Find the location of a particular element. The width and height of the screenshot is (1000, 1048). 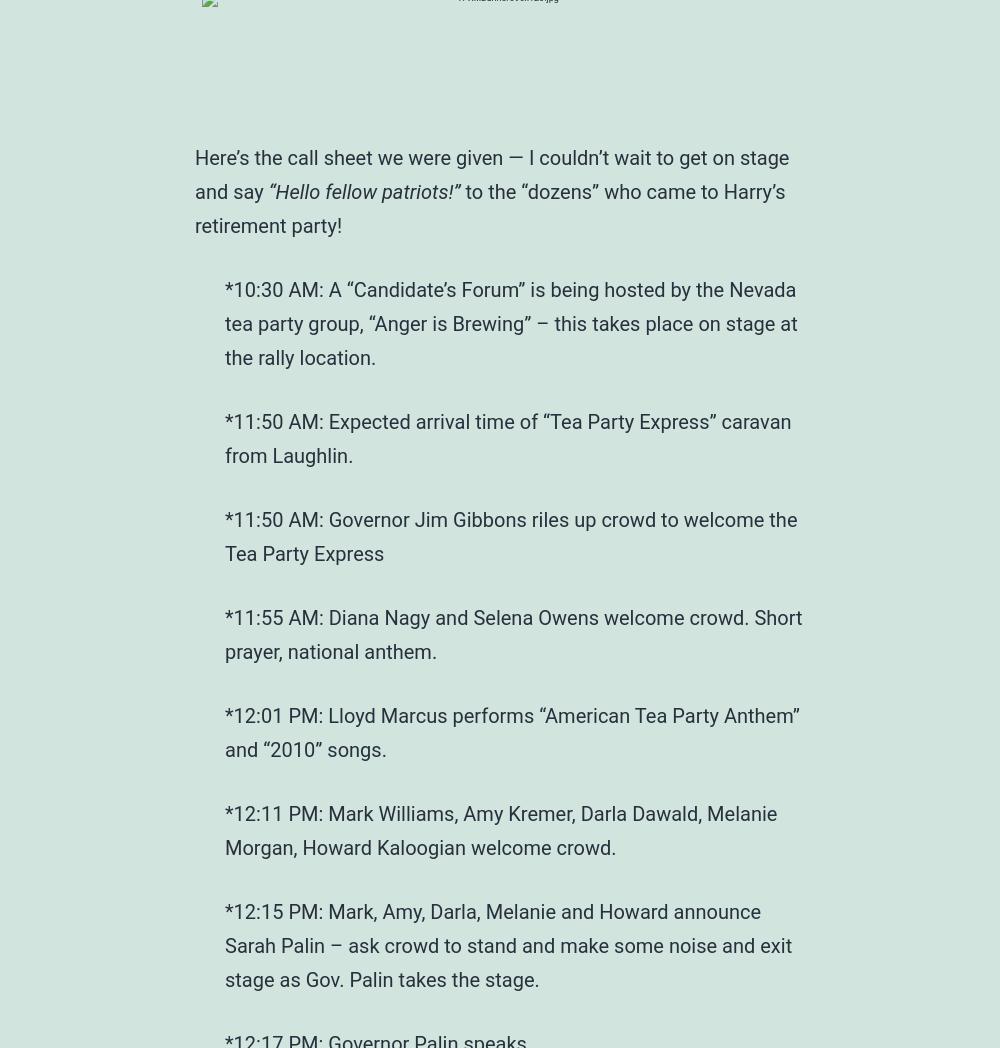

'*10:30 AM: A “Candidate’s Forum” is being hosted by the Nevada tea party group, “Anger is Brewing” – this takes place on stage at the rally location.' is located at coordinates (224, 322).